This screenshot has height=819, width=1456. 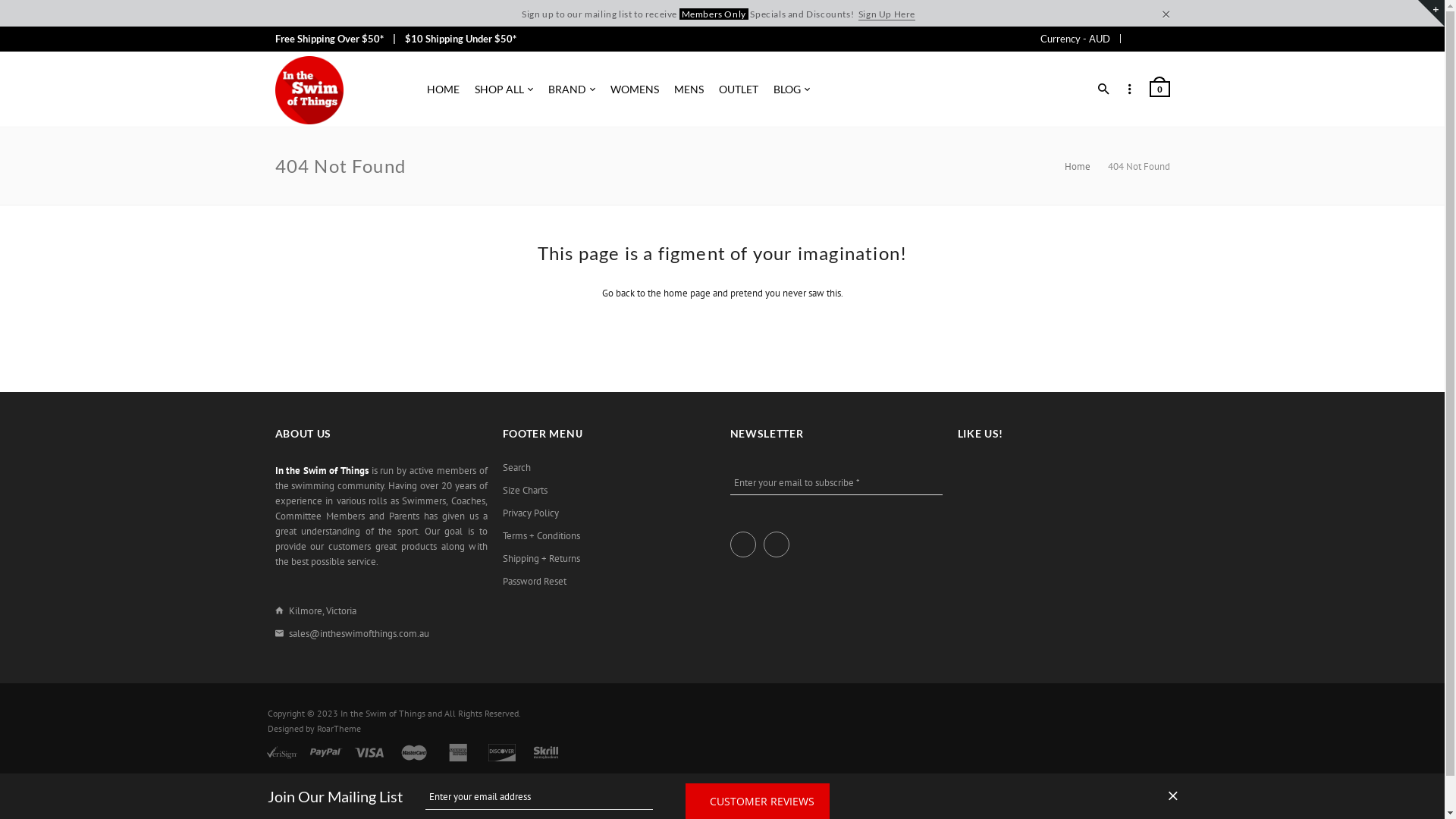 I want to click on 'In the Swim of Things', so click(x=382, y=713).